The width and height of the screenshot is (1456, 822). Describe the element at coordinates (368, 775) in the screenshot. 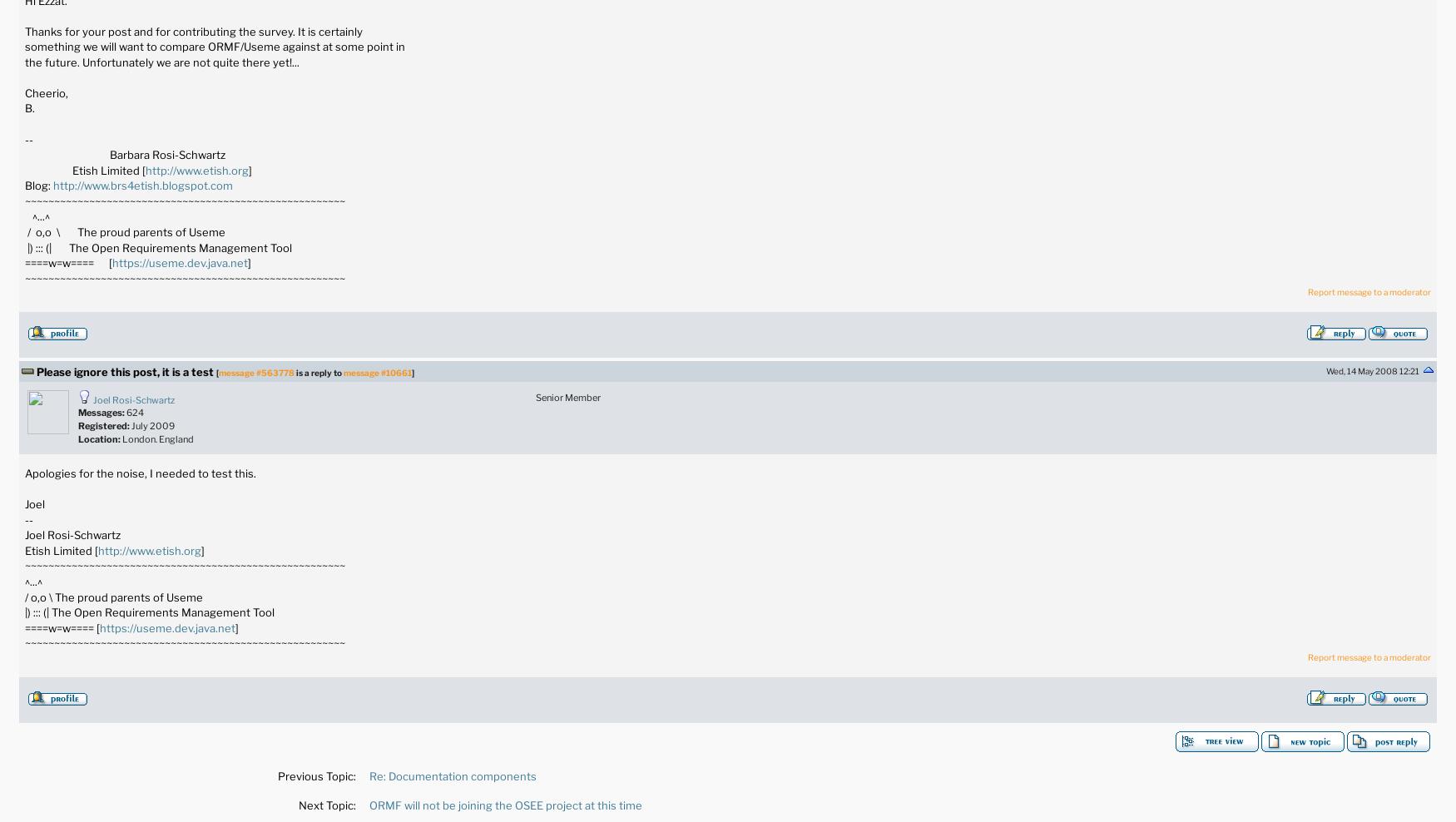

I see `'Re: Documentation components'` at that location.